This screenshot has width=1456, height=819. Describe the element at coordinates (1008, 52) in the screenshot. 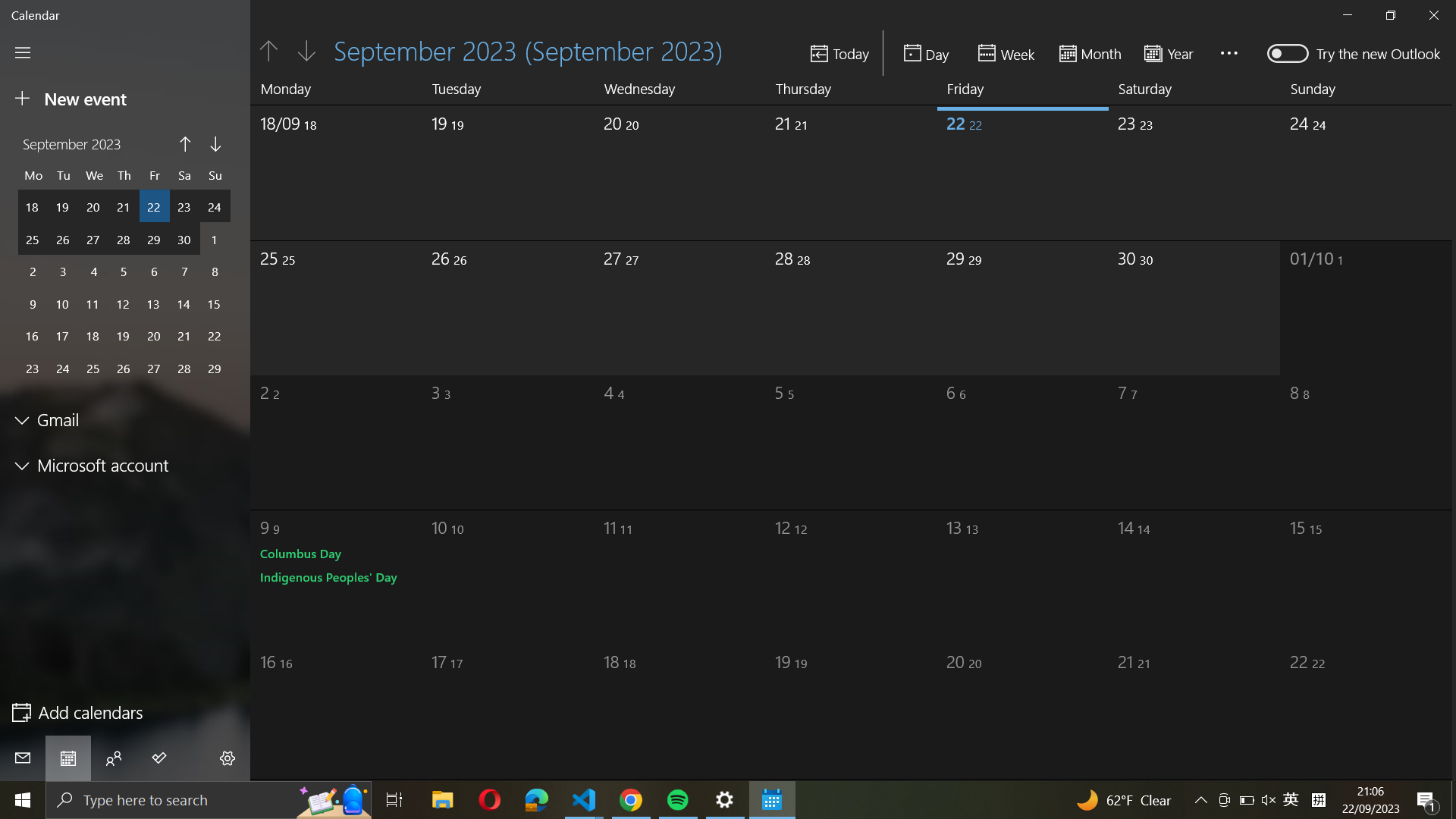

I see `calendar setup to weekly view` at that location.